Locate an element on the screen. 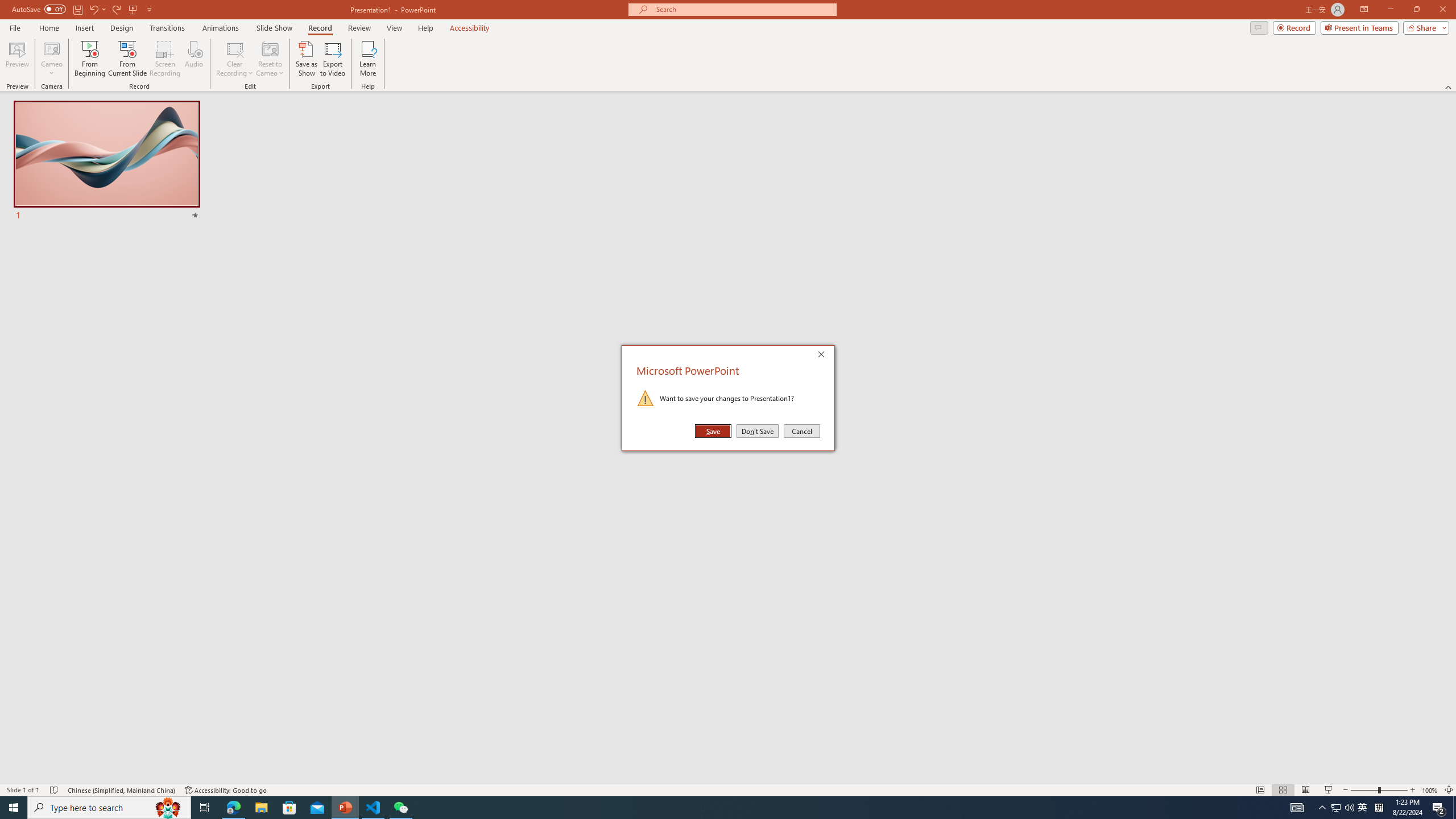  'Screen Recording' is located at coordinates (164, 59).